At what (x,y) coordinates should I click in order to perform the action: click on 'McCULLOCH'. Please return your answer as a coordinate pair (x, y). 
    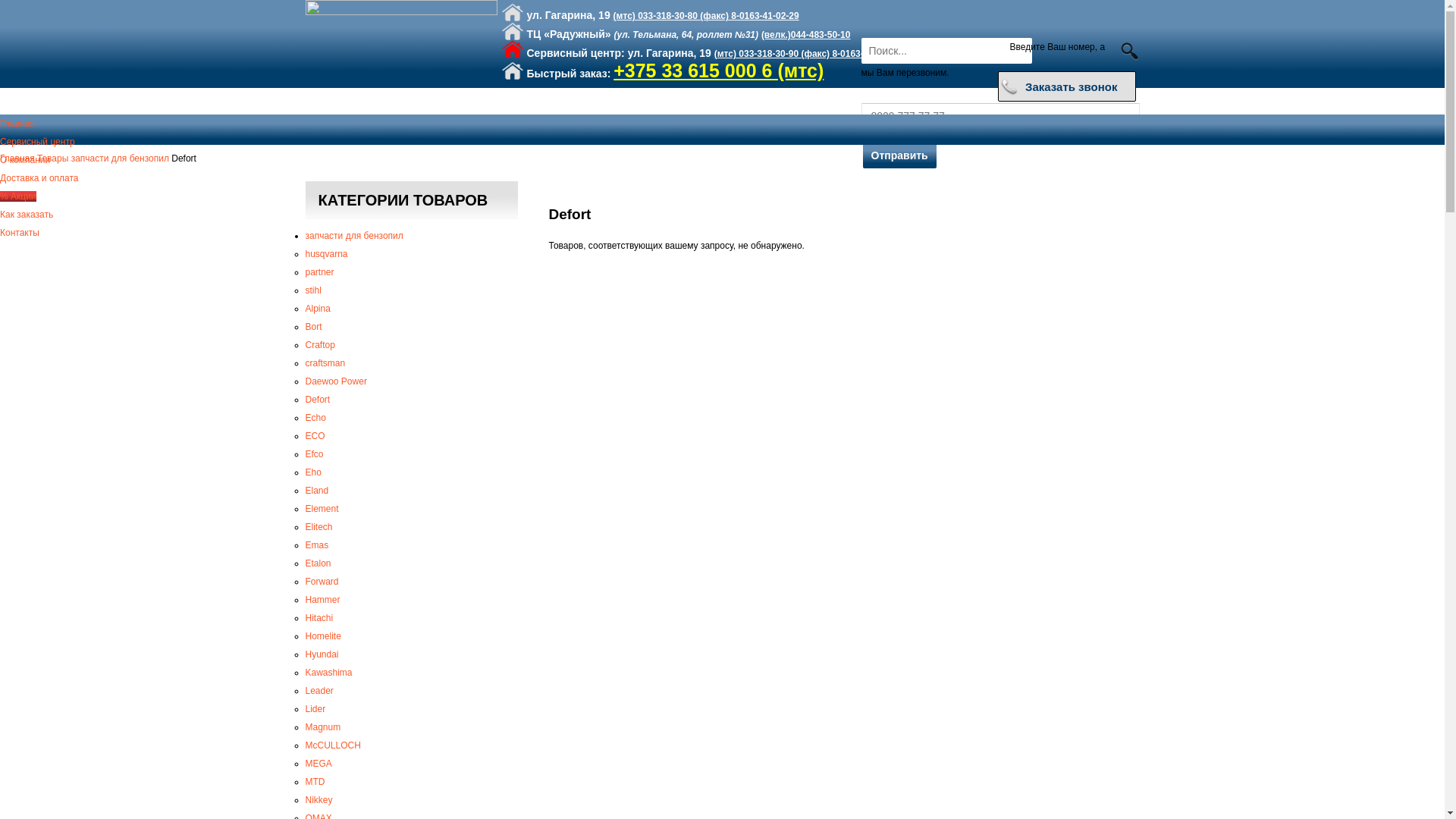
    Looking at the image, I should click on (331, 745).